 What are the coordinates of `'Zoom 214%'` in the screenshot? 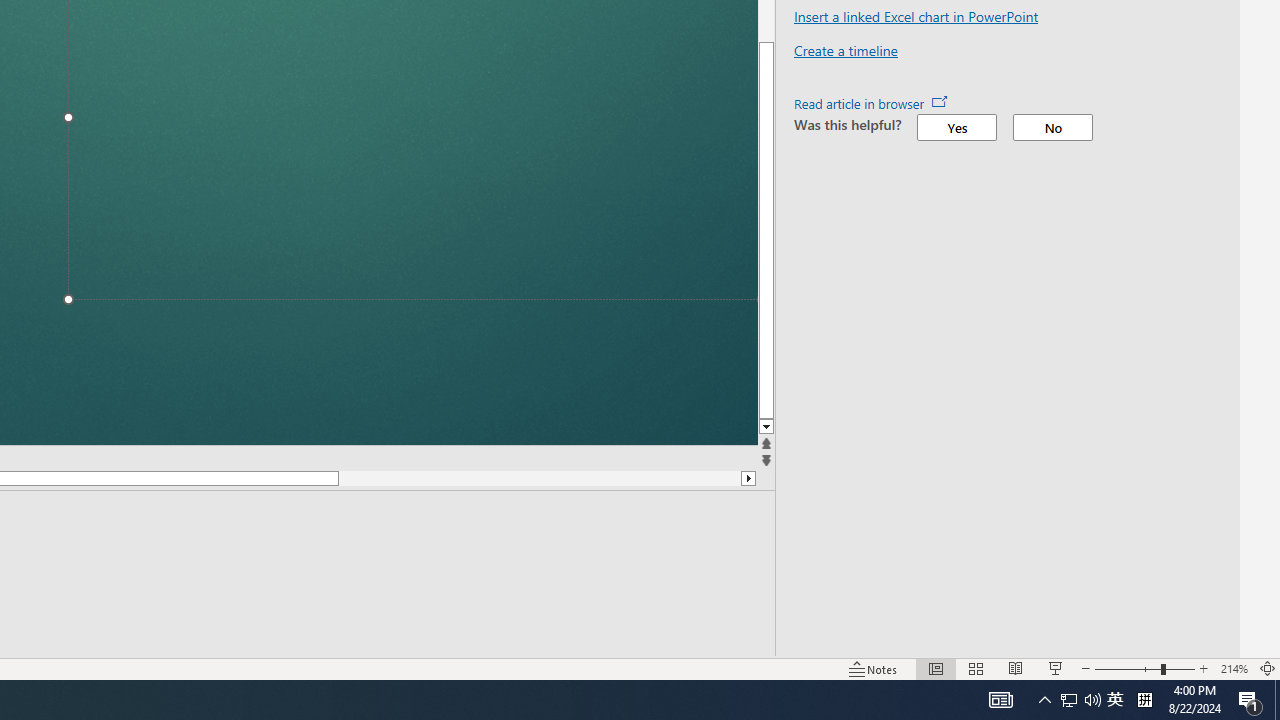 It's located at (1233, 669).